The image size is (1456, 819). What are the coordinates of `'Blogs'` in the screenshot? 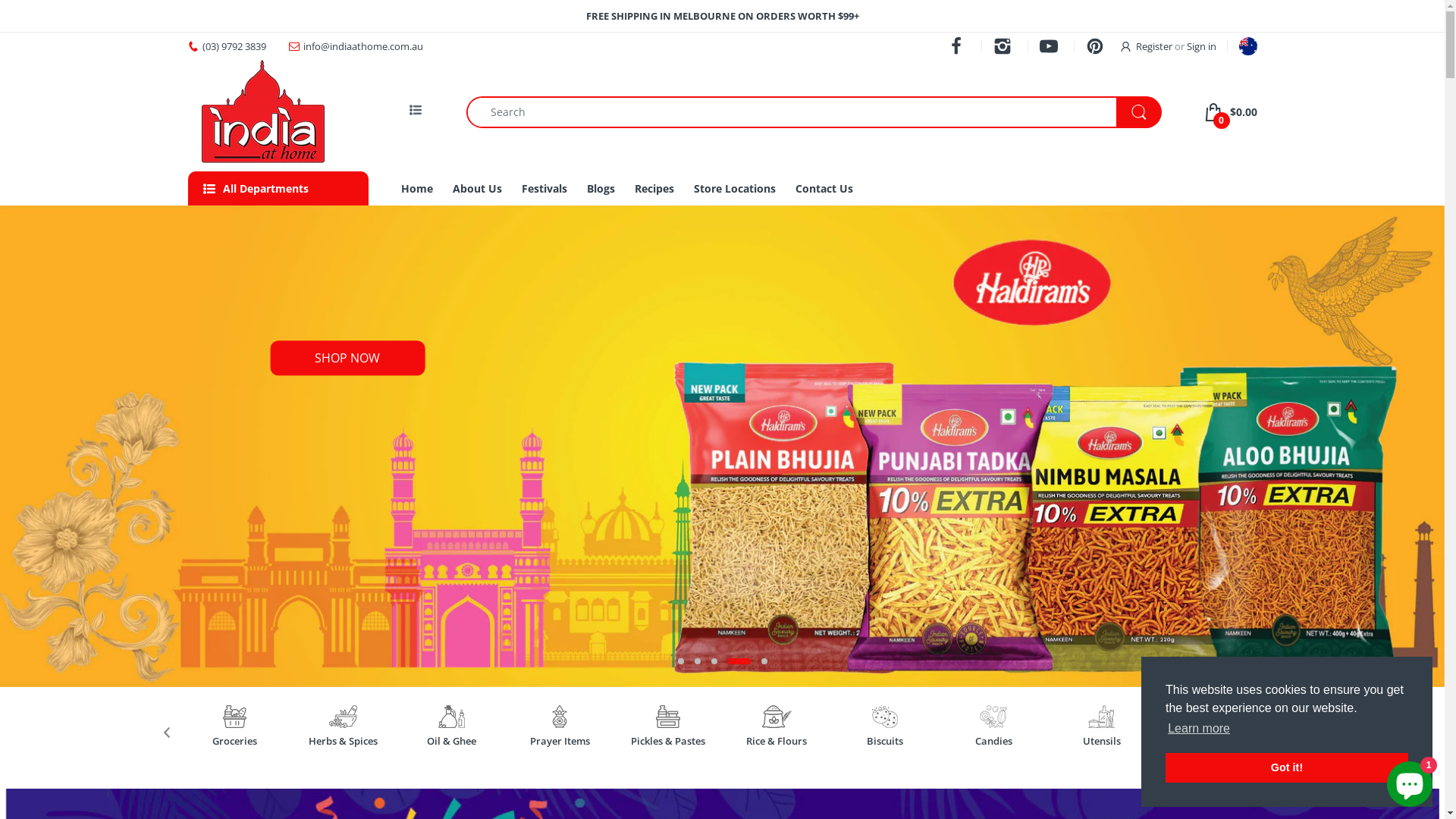 It's located at (600, 187).